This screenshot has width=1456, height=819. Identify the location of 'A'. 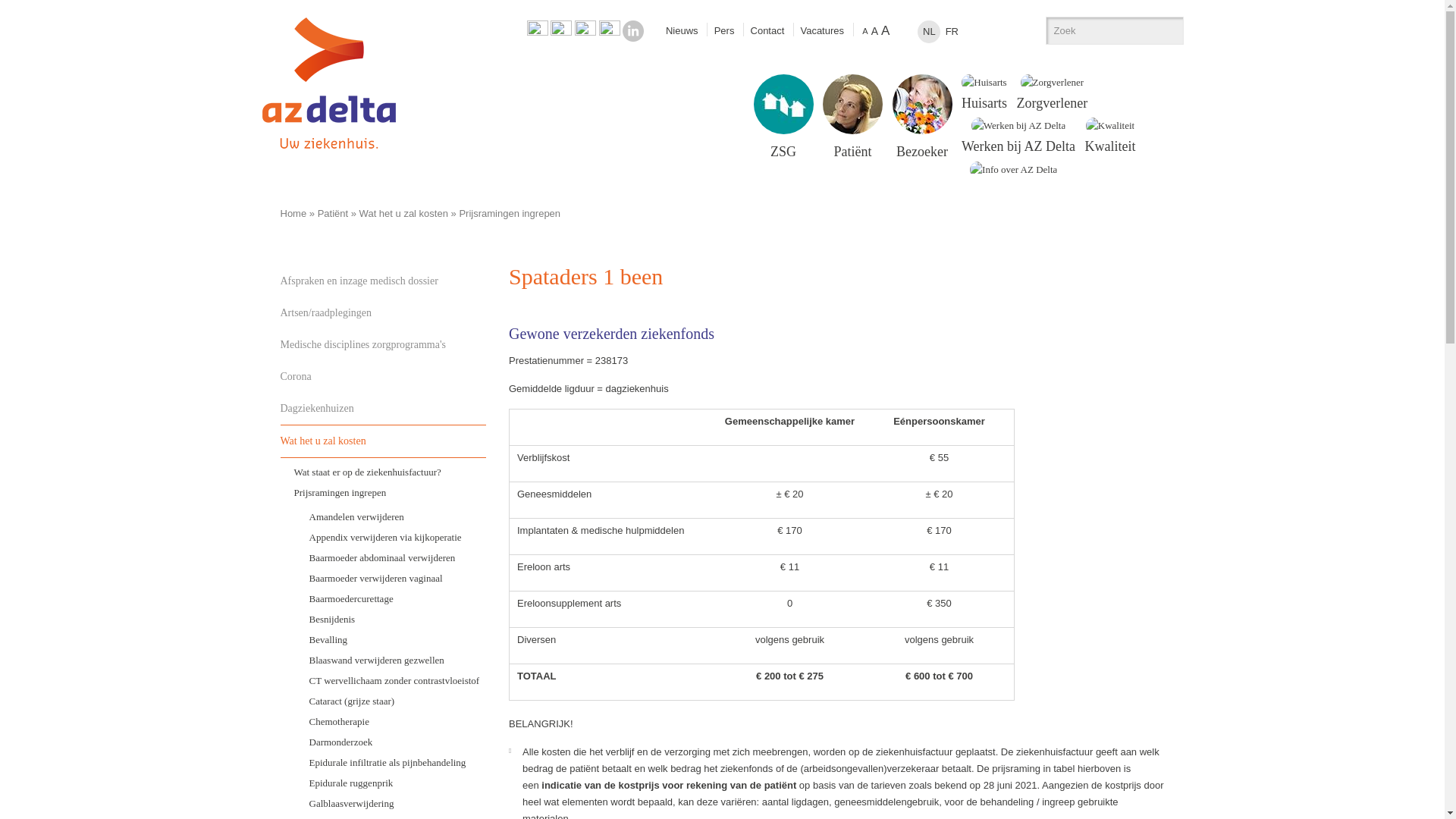
(860, 31).